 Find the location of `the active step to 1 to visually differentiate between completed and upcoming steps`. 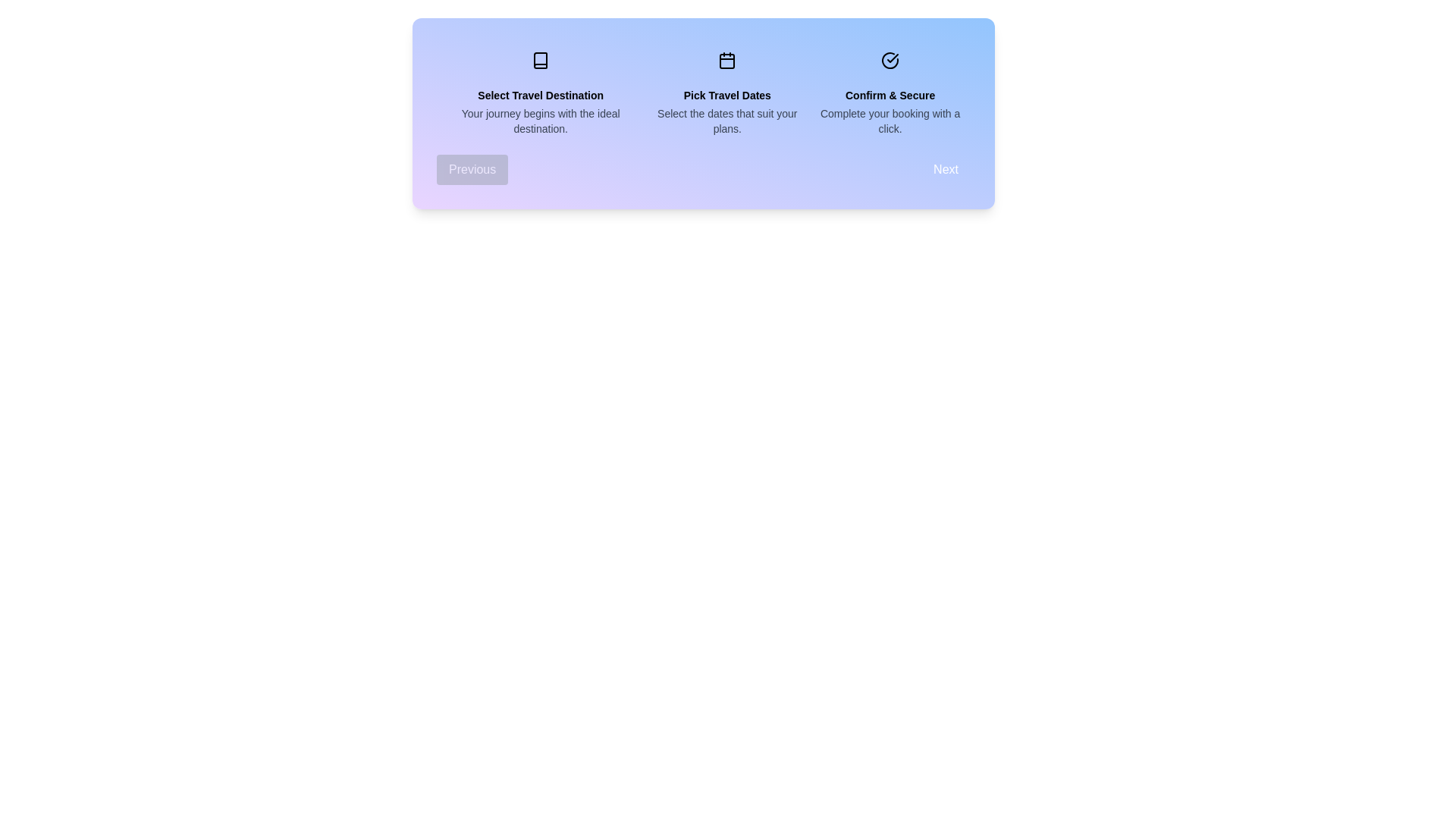

the active step to 1 to visually differentiate between completed and upcoming steps is located at coordinates (726, 60).